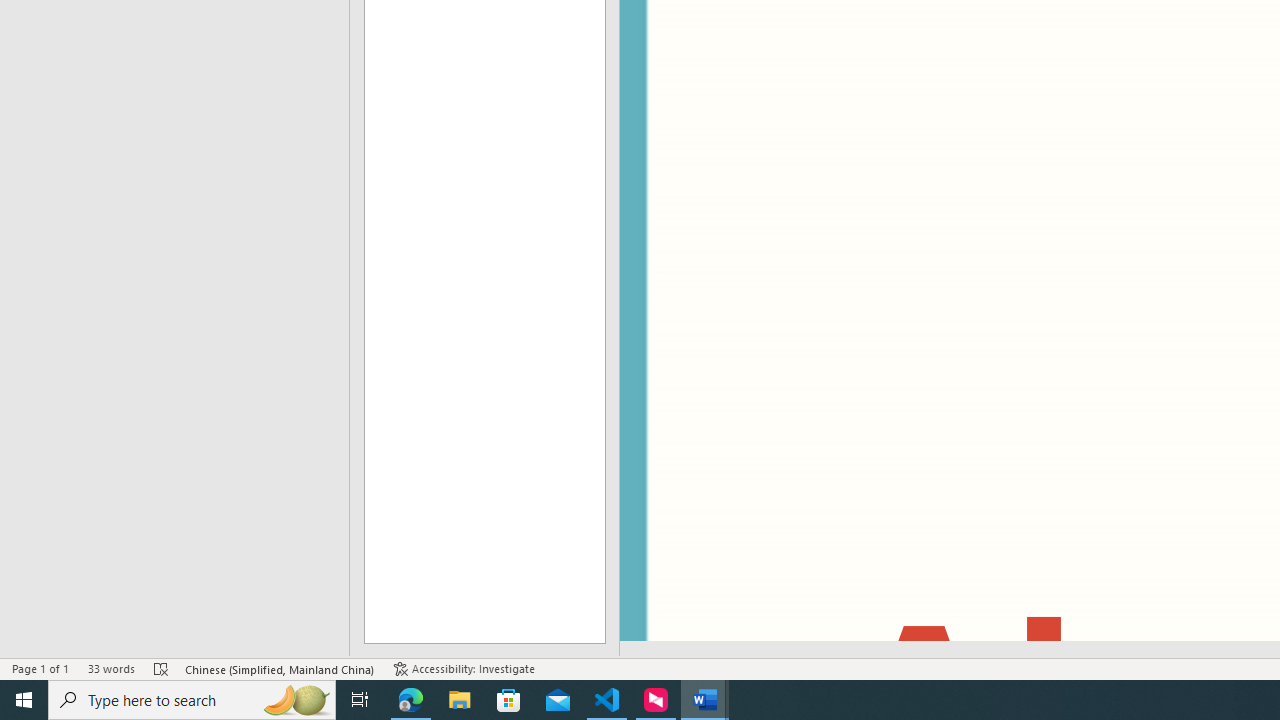 The width and height of the screenshot is (1280, 720). What do you see at coordinates (40, 669) in the screenshot?
I see `'Page Number Page 1 of 1'` at bounding box center [40, 669].